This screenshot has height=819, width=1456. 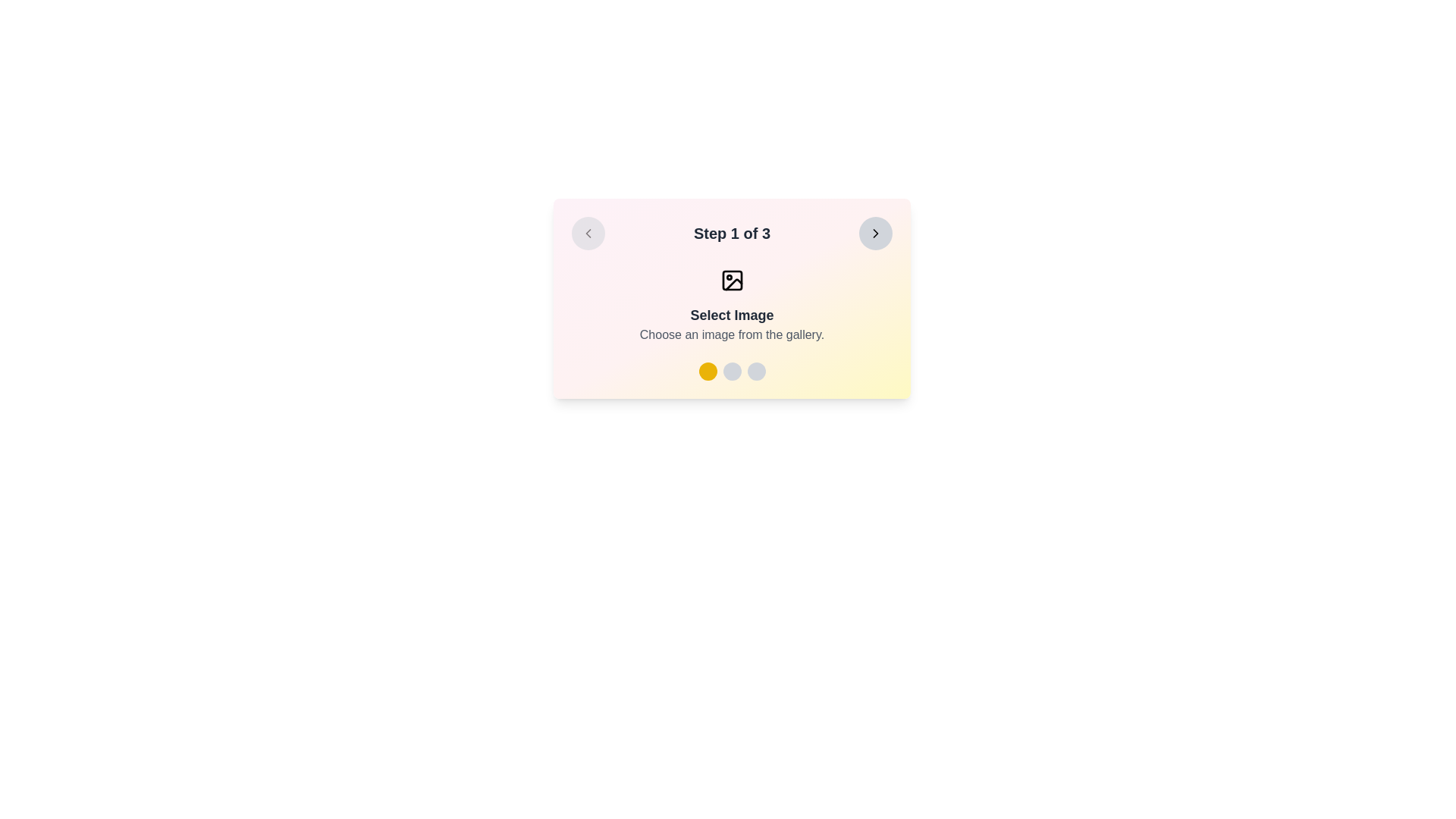 What do you see at coordinates (756, 371) in the screenshot?
I see `the third circular icon at the bottom-center of the card, which serves as an indicator or selection tool, following a yellow icon and a gray icon` at bounding box center [756, 371].